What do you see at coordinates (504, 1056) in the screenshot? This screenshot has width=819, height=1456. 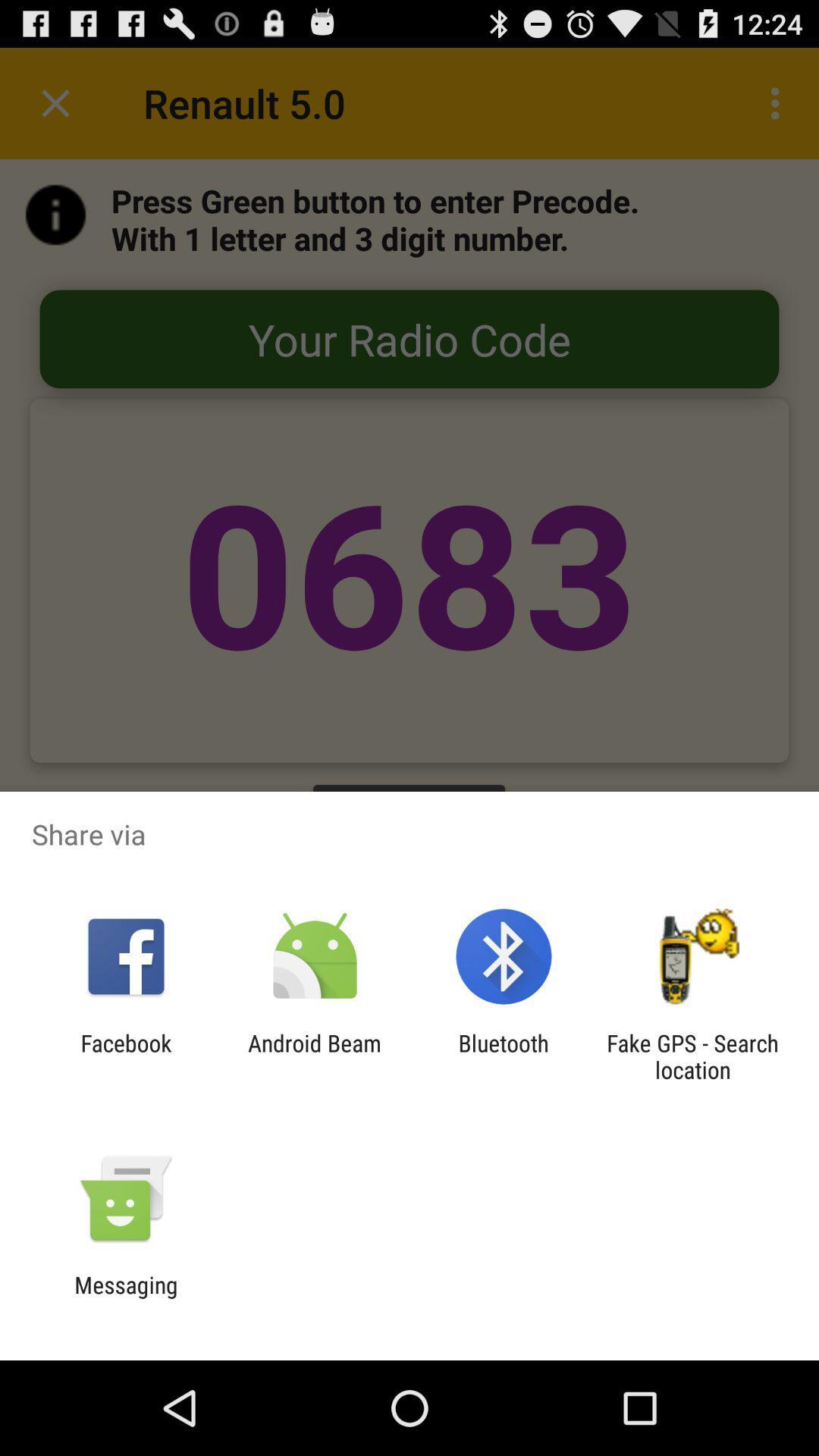 I see `the icon to the right of the android beam icon` at bounding box center [504, 1056].